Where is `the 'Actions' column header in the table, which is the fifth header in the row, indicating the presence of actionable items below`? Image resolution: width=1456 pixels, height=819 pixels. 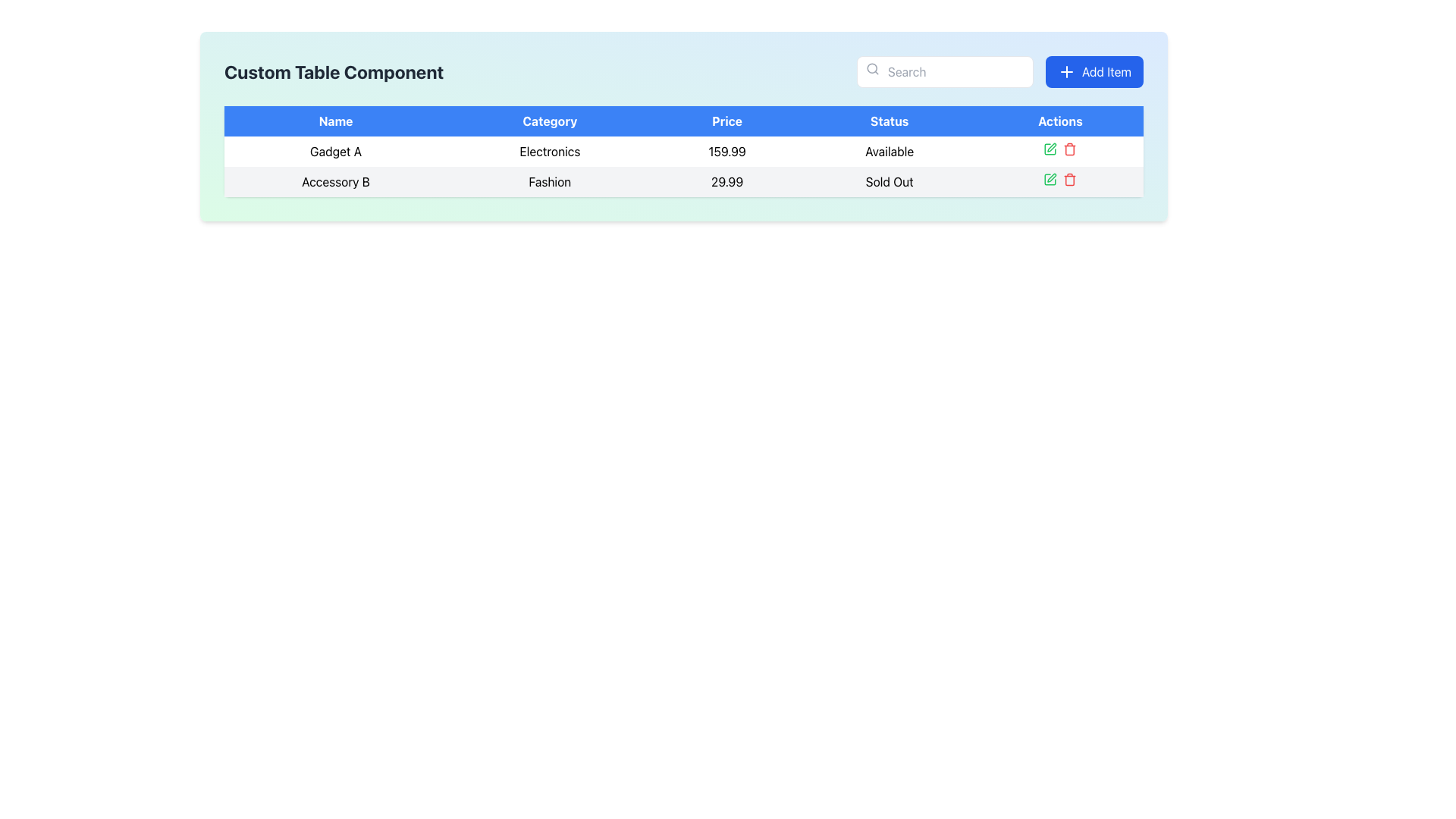 the 'Actions' column header in the table, which is the fifth header in the row, indicating the presence of actionable items below is located at coordinates (1059, 120).